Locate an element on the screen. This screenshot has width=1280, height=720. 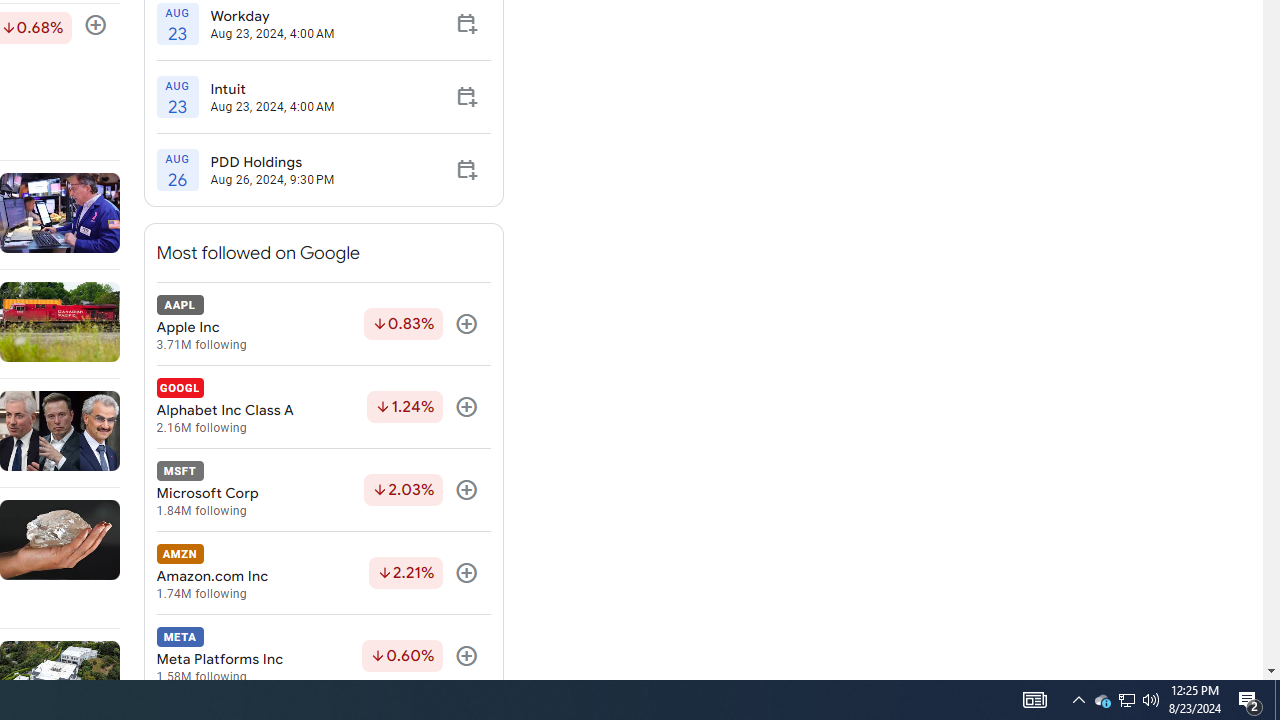
'MSFT Microsoft Corp 1.84M following Down by 2.03% Follow' is located at coordinates (323, 490).